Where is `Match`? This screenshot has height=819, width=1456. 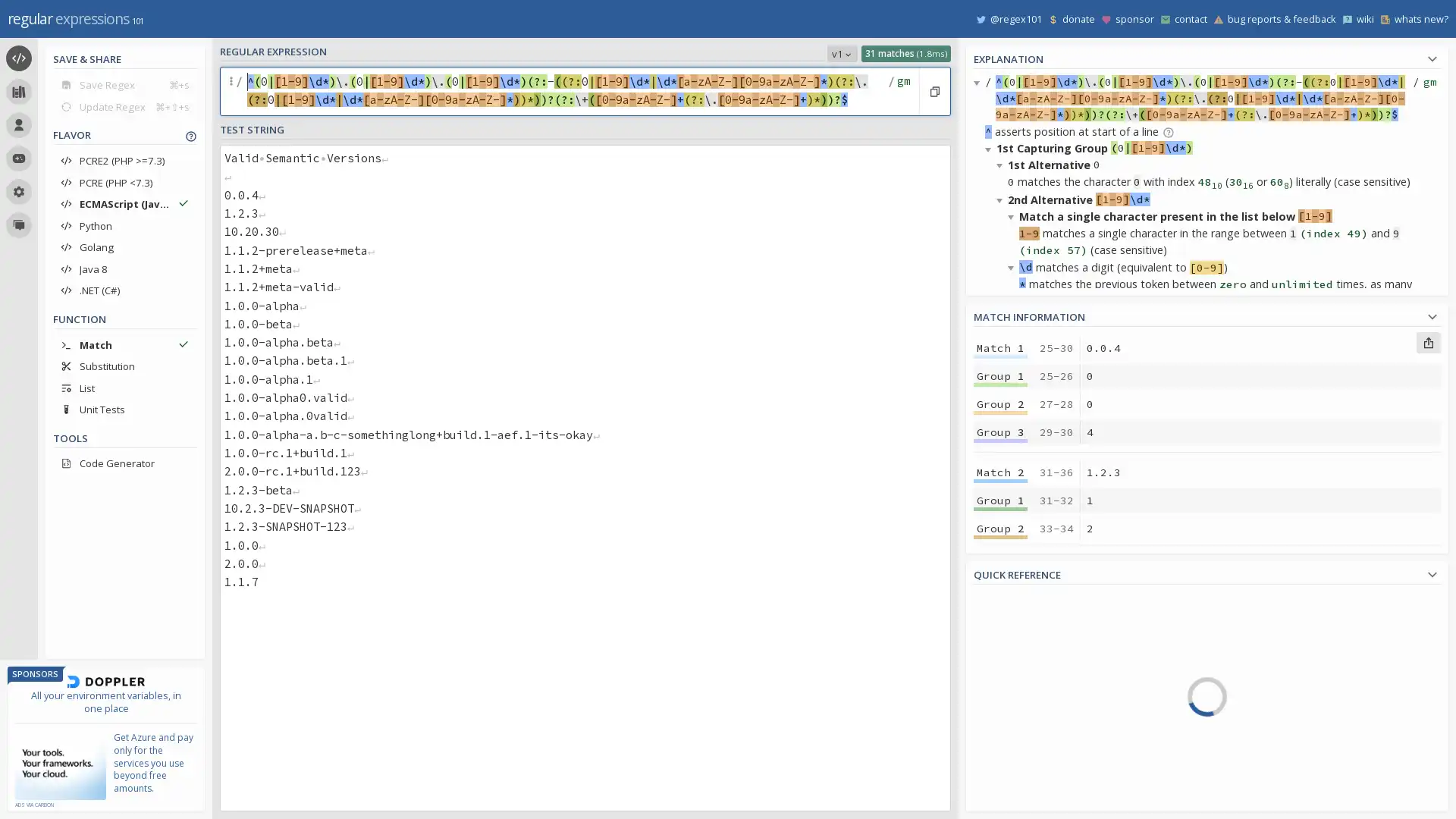 Match is located at coordinates (124, 344).